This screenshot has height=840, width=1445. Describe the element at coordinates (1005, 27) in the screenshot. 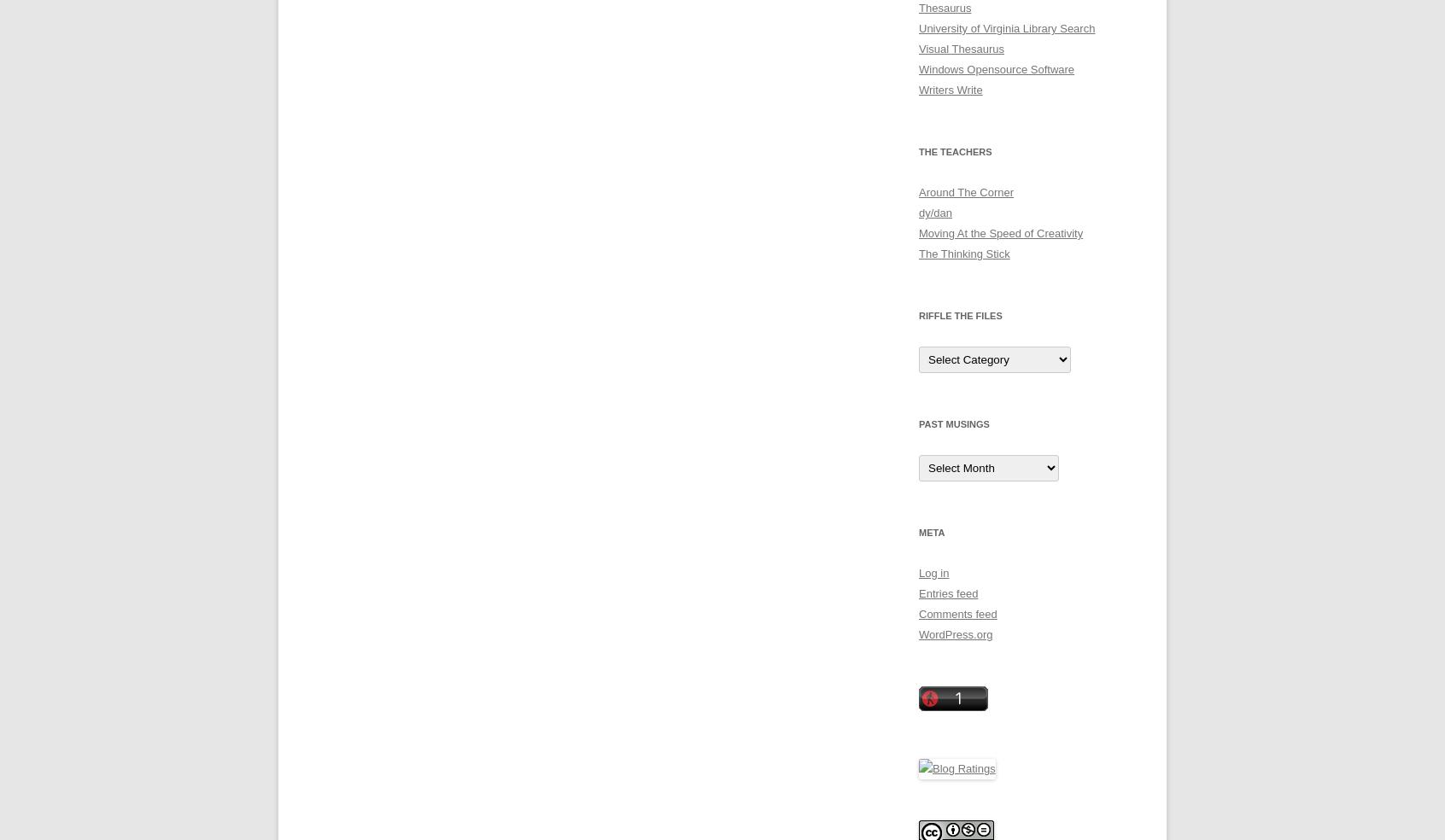

I see `'University of Virginia Library Search'` at that location.